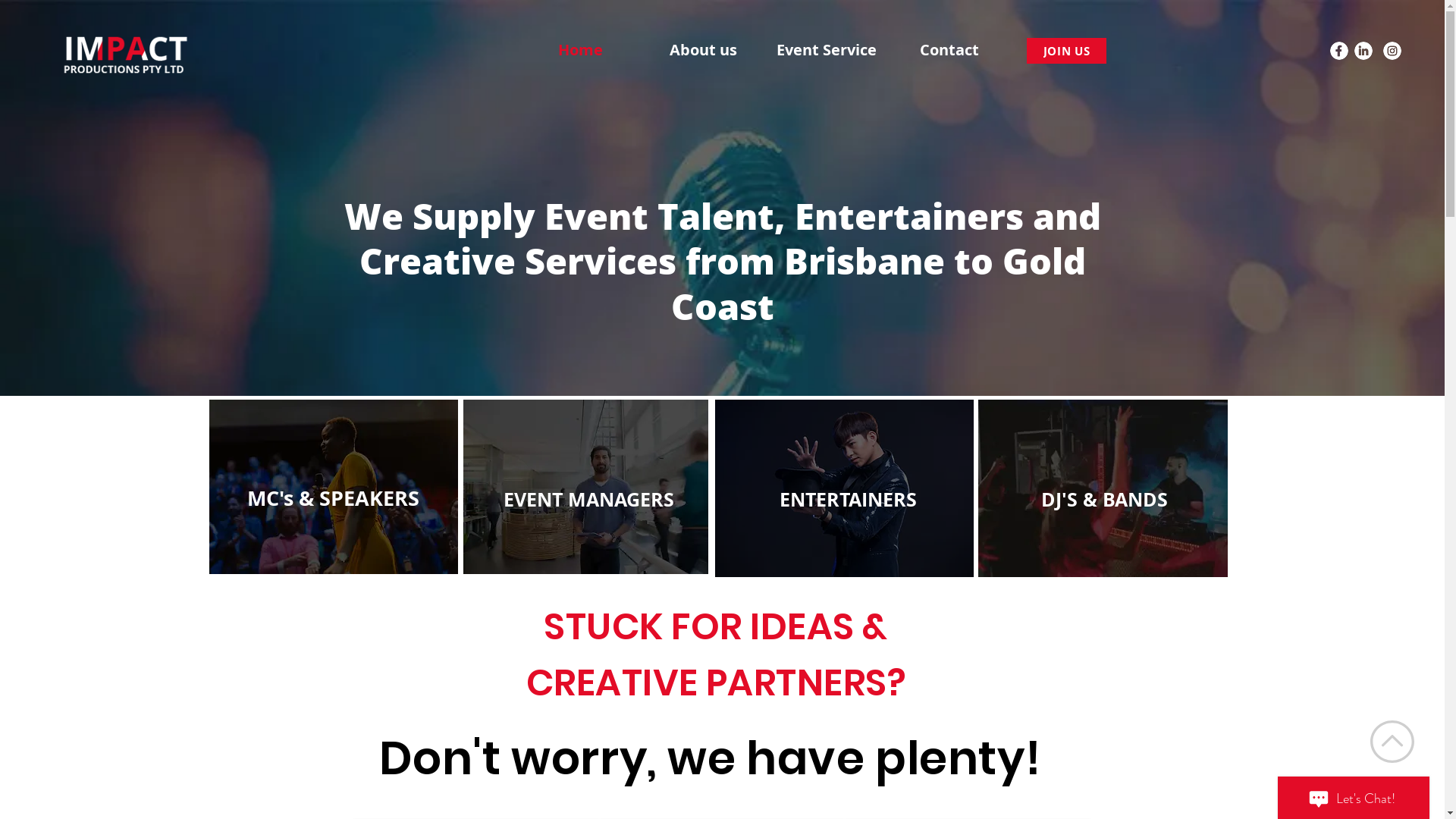 This screenshot has width=1456, height=819. I want to click on 'JOIN US', so click(1065, 49).